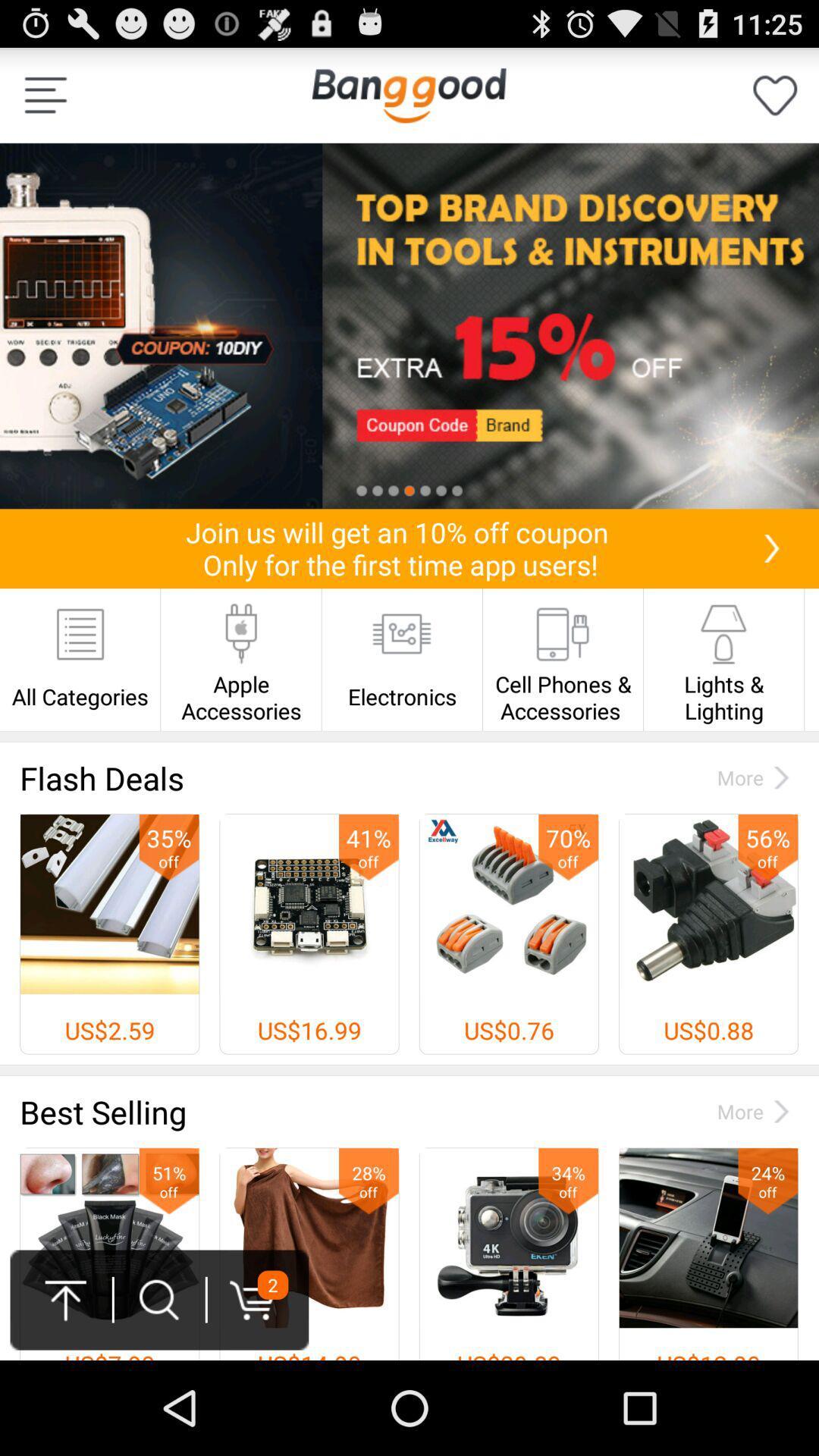  What do you see at coordinates (45, 94) in the screenshot?
I see `menu` at bounding box center [45, 94].